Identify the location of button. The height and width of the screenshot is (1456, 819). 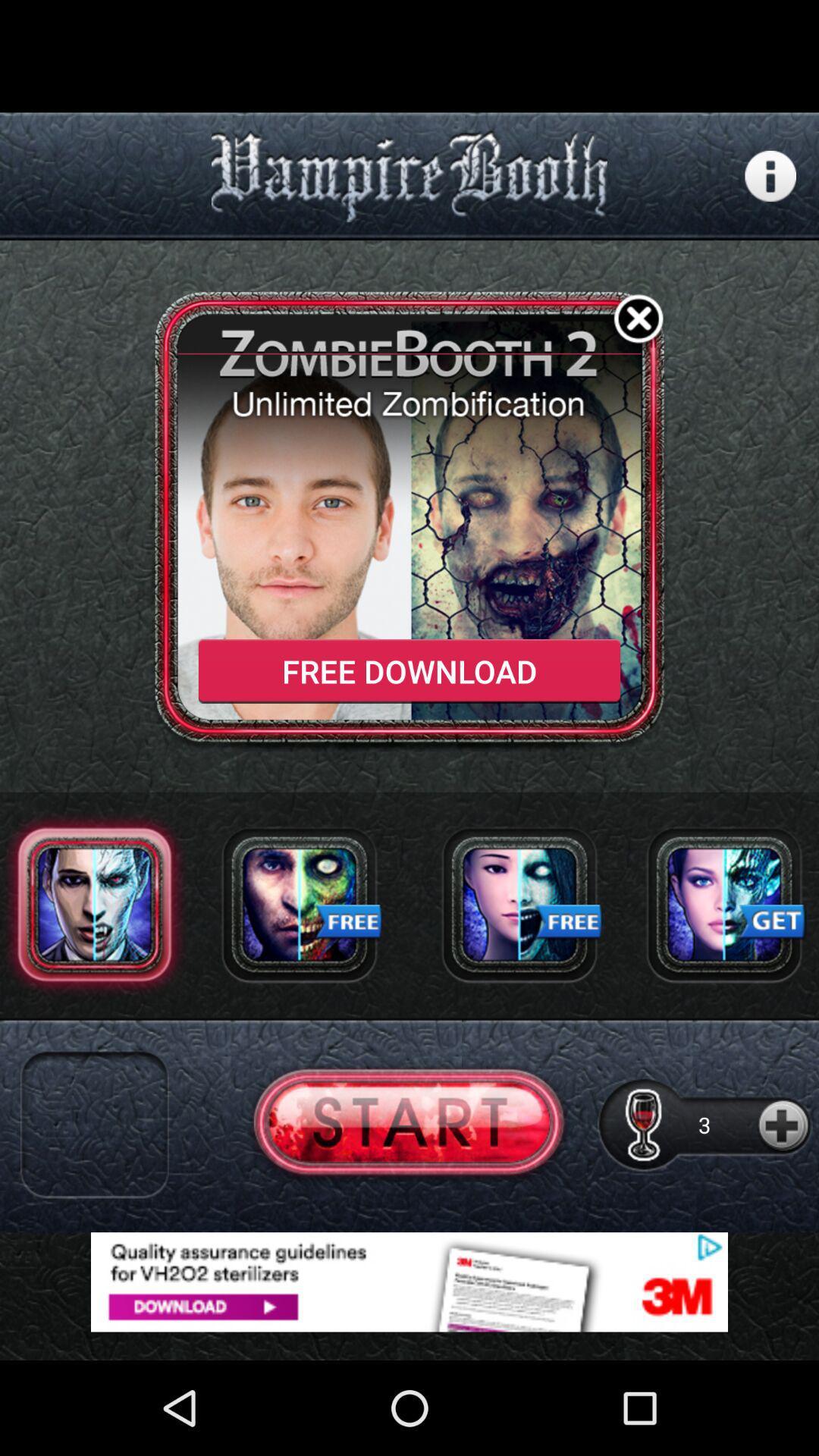
(639, 321).